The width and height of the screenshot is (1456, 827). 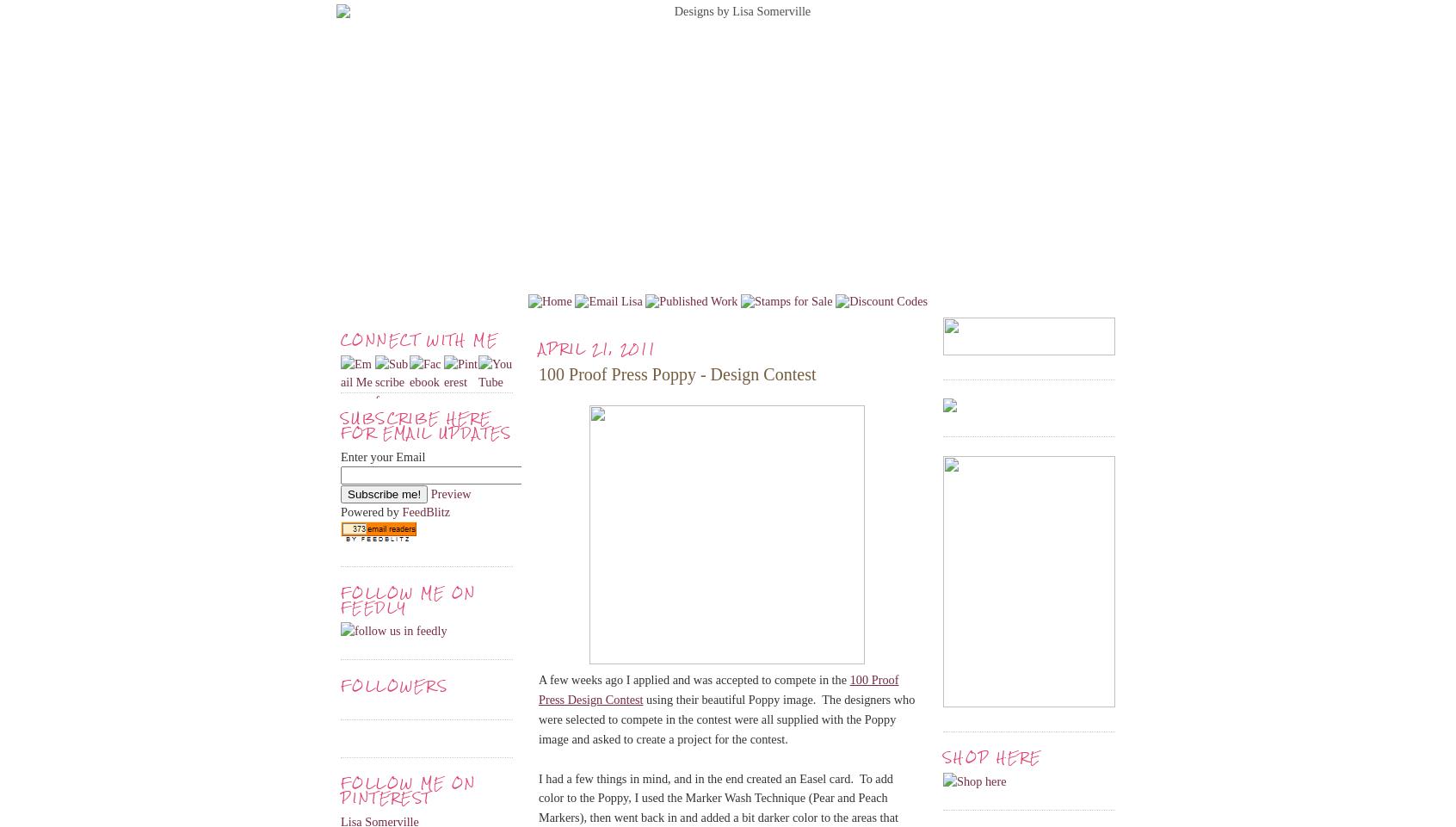 I want to click on 'Enter your Email', so click(x=340, y=455).